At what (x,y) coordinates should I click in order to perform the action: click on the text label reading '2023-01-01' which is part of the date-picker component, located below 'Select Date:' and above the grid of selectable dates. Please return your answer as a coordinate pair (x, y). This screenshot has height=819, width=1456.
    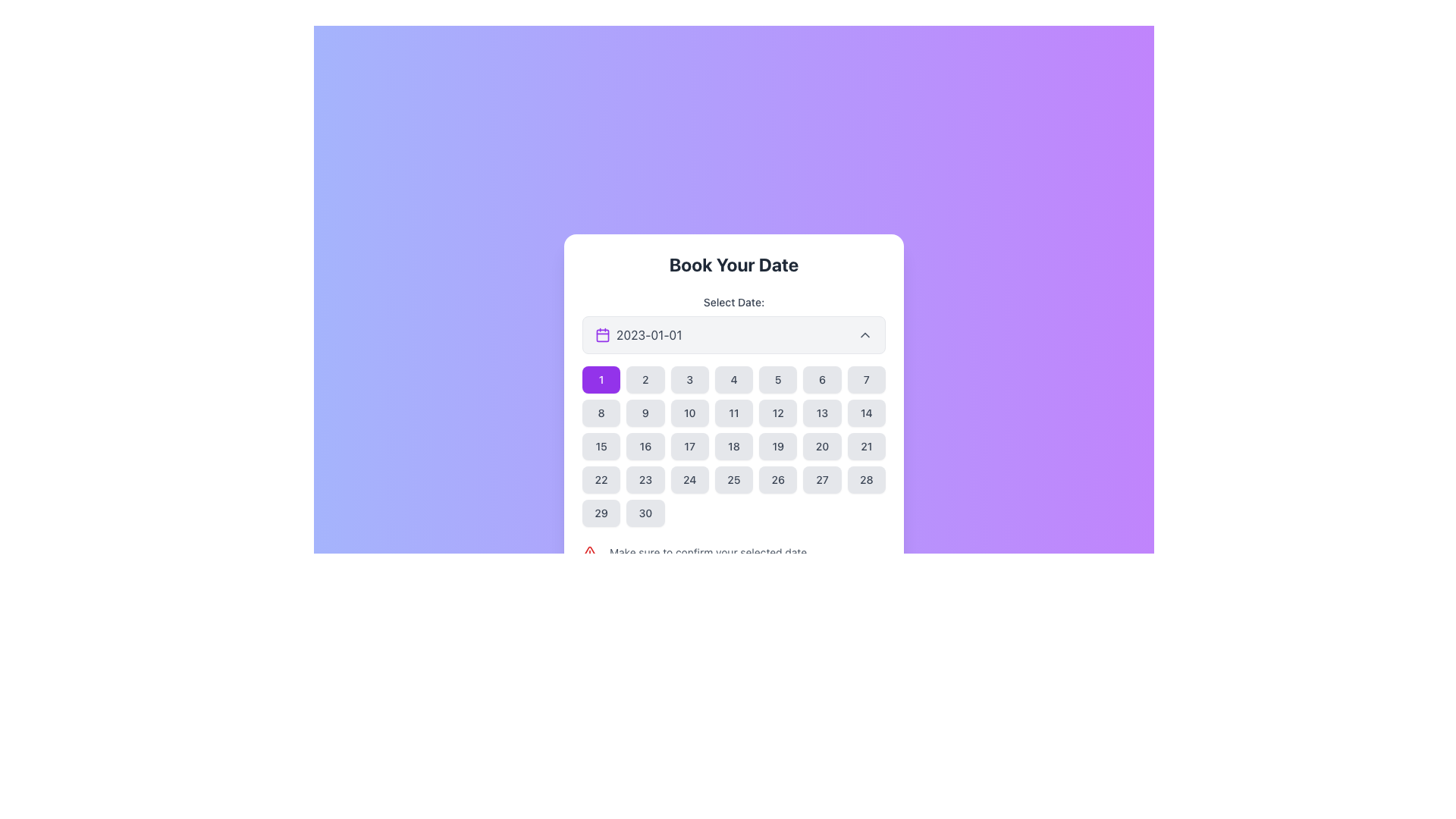
    Looking at the image, I should click on (649, 334).